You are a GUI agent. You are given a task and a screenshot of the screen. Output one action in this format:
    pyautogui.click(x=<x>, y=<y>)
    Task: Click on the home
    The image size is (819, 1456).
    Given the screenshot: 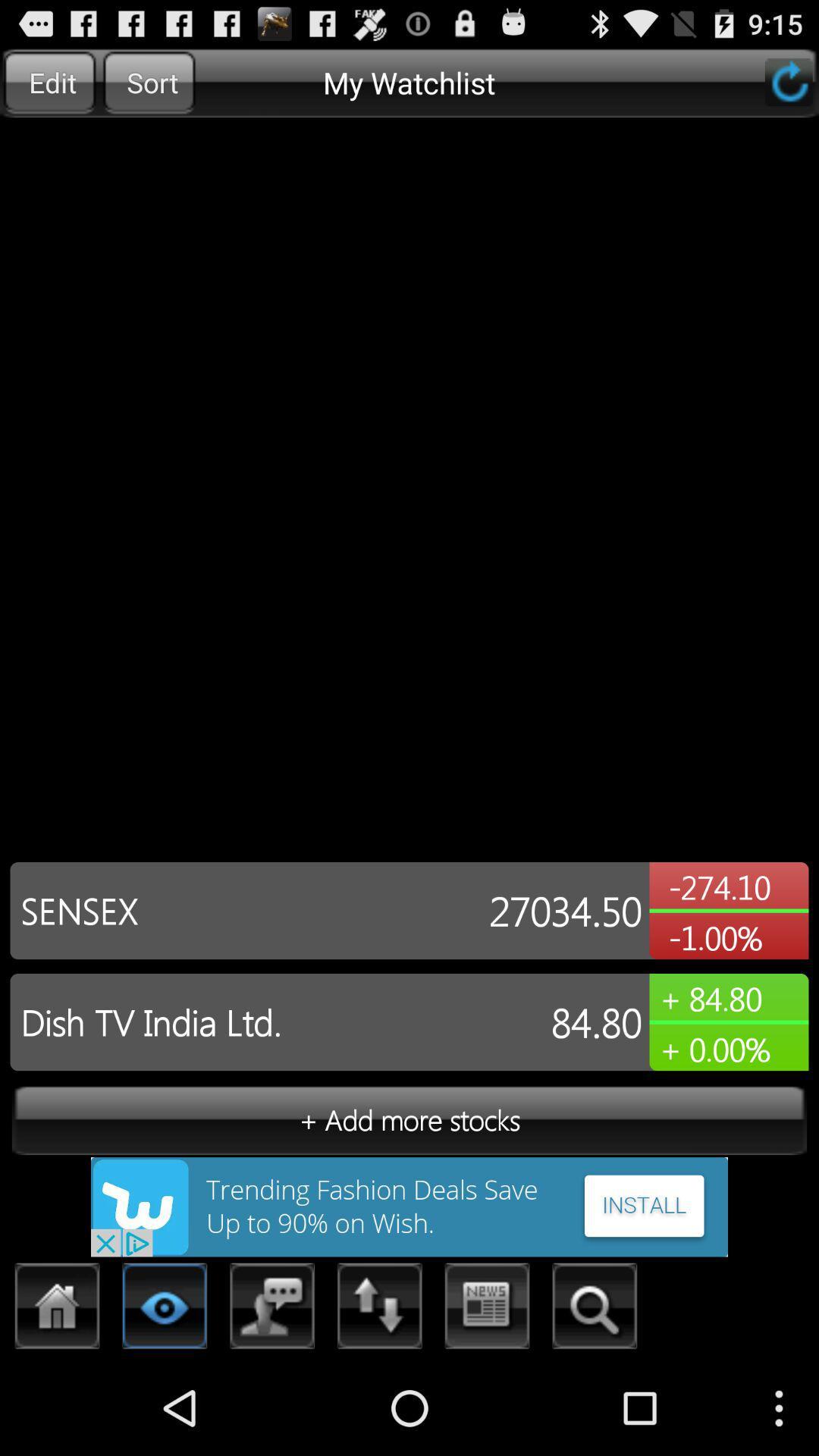 What is the action you would take?
    pyautogui.click(x=57, y=1310)
    